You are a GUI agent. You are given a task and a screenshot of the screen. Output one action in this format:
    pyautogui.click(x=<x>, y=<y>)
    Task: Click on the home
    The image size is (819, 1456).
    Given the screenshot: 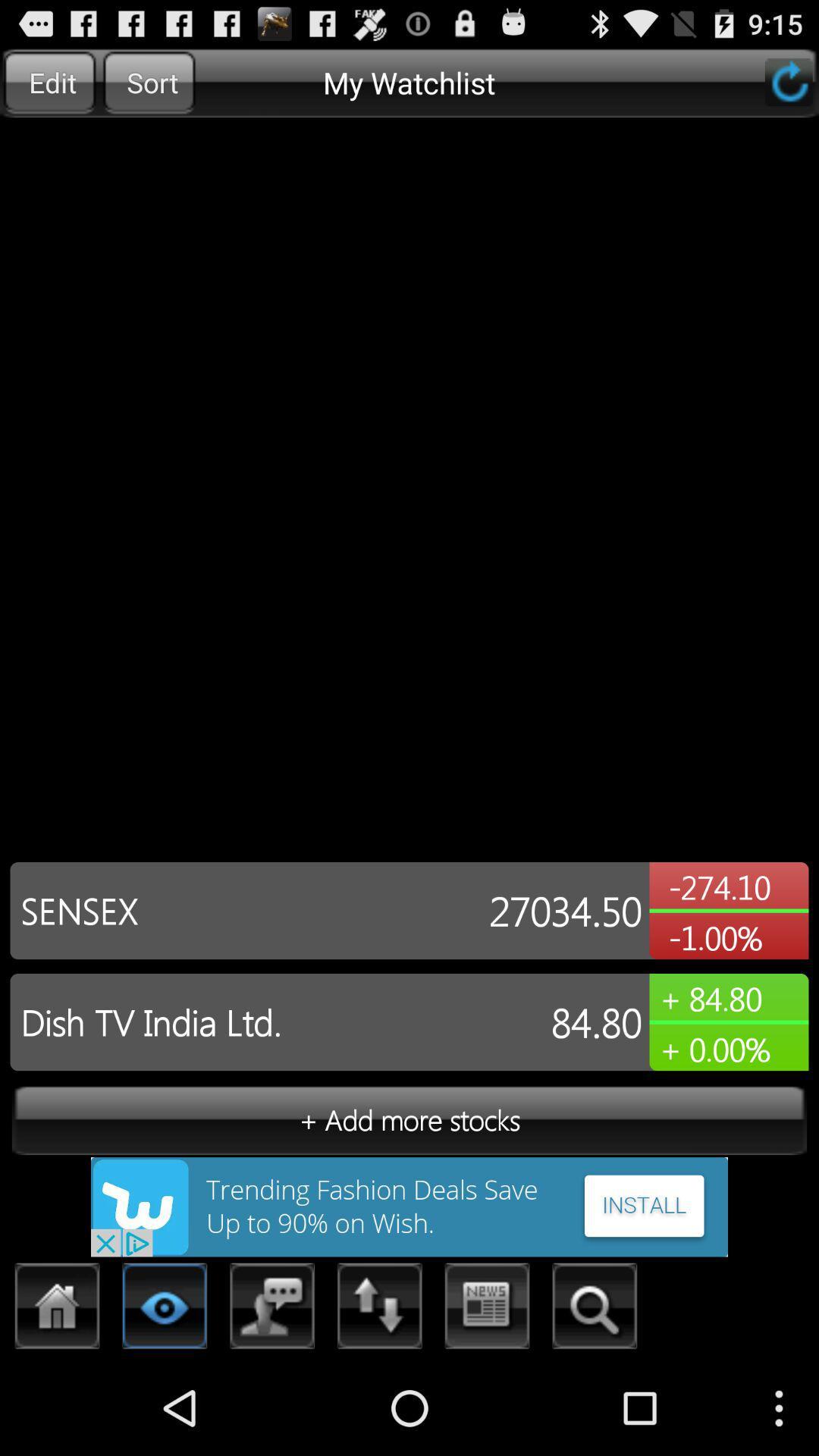 What is the action you would take?
    pyautogui.click(x=57, y=1310)
    